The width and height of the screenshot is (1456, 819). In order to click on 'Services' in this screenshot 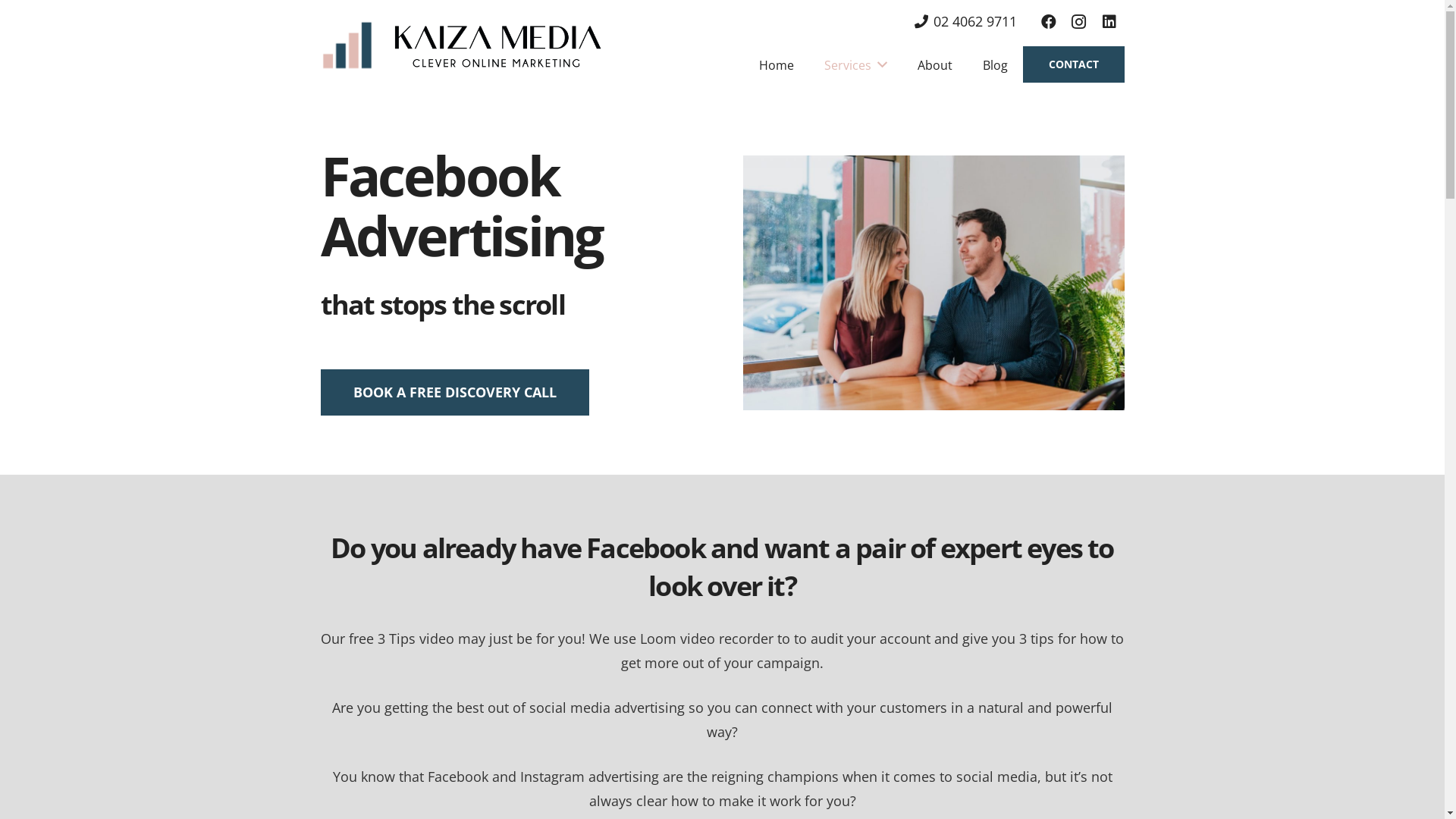, I will do `click(808, 64)`.